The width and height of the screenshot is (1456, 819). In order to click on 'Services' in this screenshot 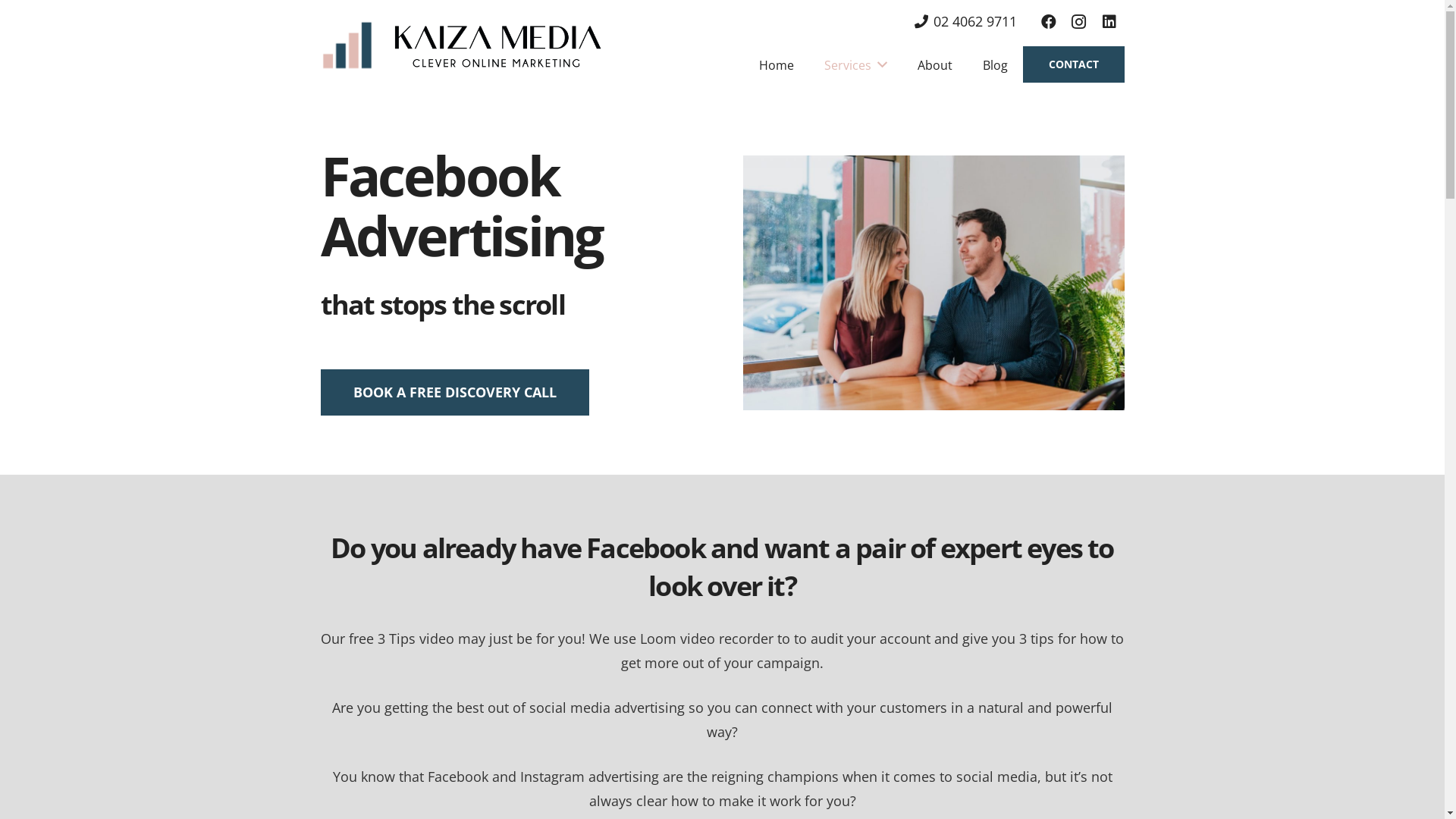, I will do `click(808, 64)`.